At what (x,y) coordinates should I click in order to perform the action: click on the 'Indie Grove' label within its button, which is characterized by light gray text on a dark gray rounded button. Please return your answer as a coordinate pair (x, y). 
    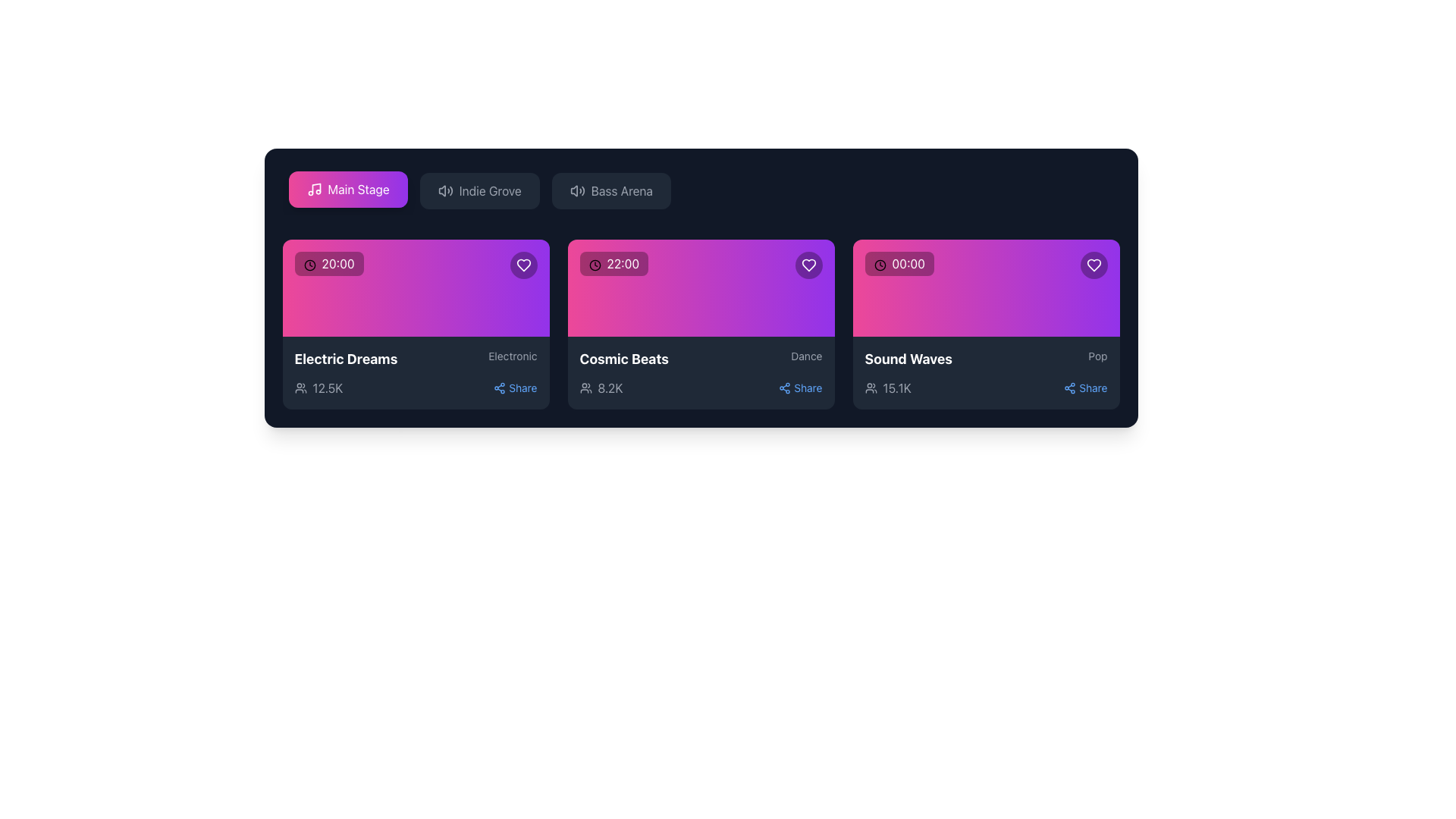
    Looking at the image, I should click on (490, 190).